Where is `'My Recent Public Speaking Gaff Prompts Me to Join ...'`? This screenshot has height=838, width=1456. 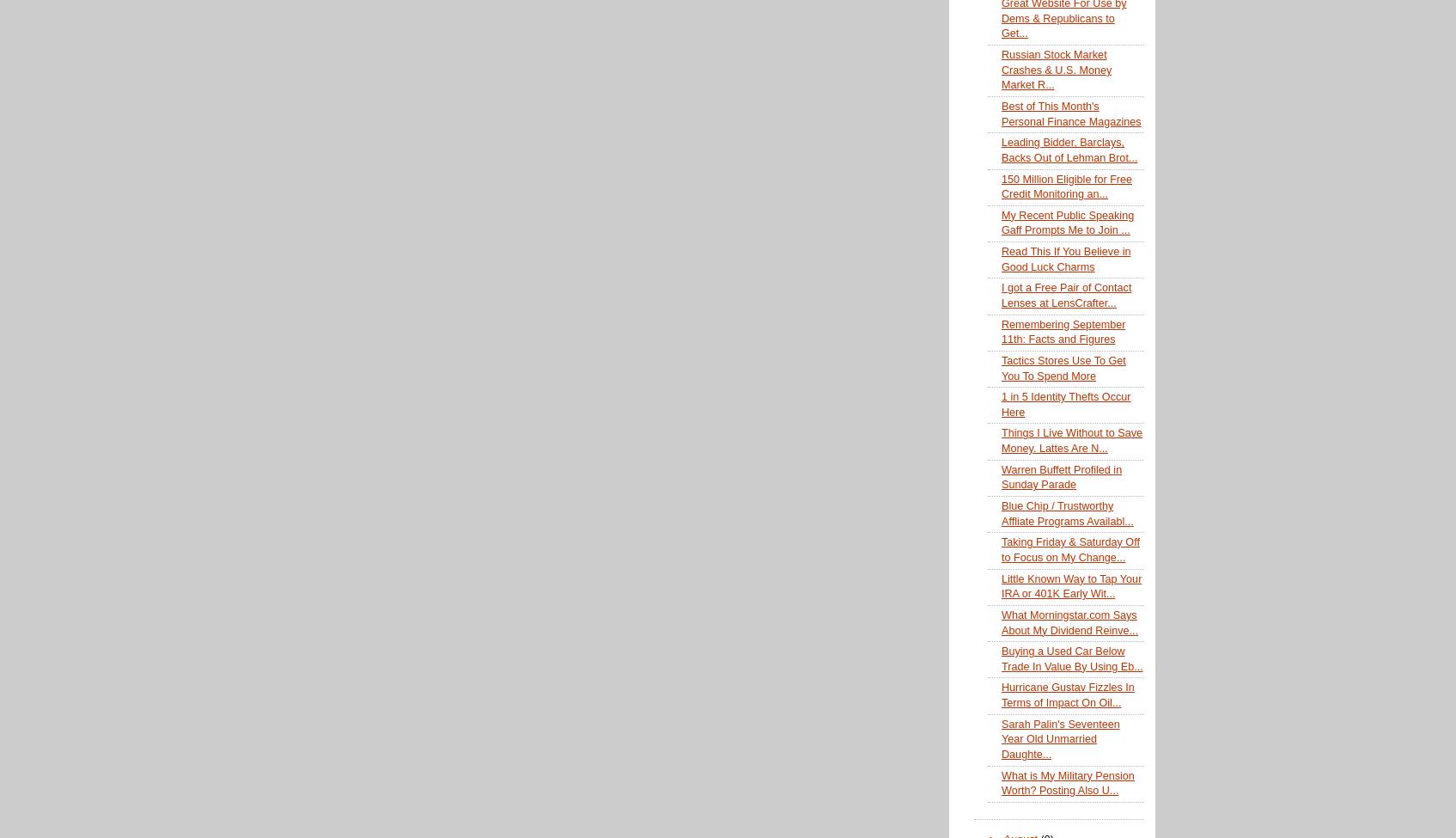
'My Recent Public Speaking Gaff Prompts Me to Join ...' is located at coordinates (1066, 222).